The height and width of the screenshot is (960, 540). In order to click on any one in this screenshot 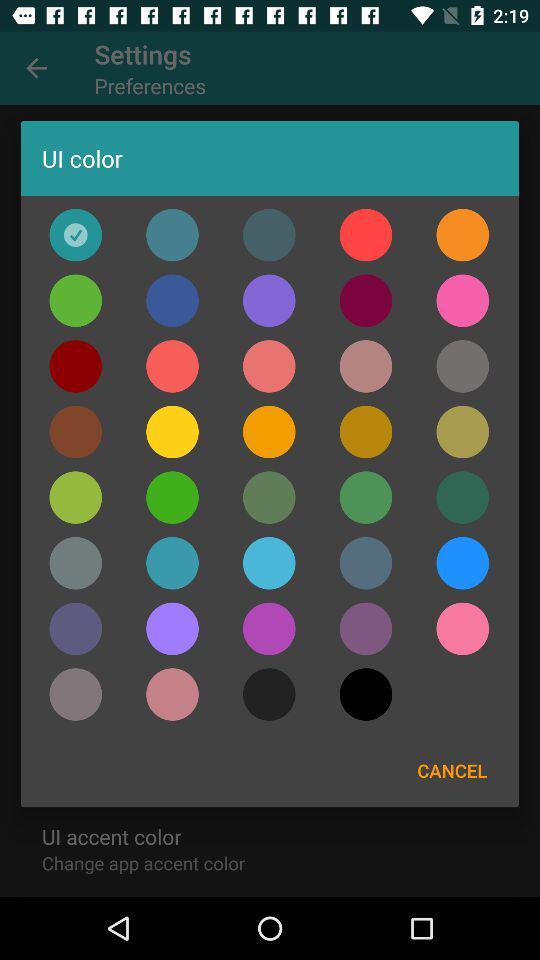, I will do `click(74, 235)`.